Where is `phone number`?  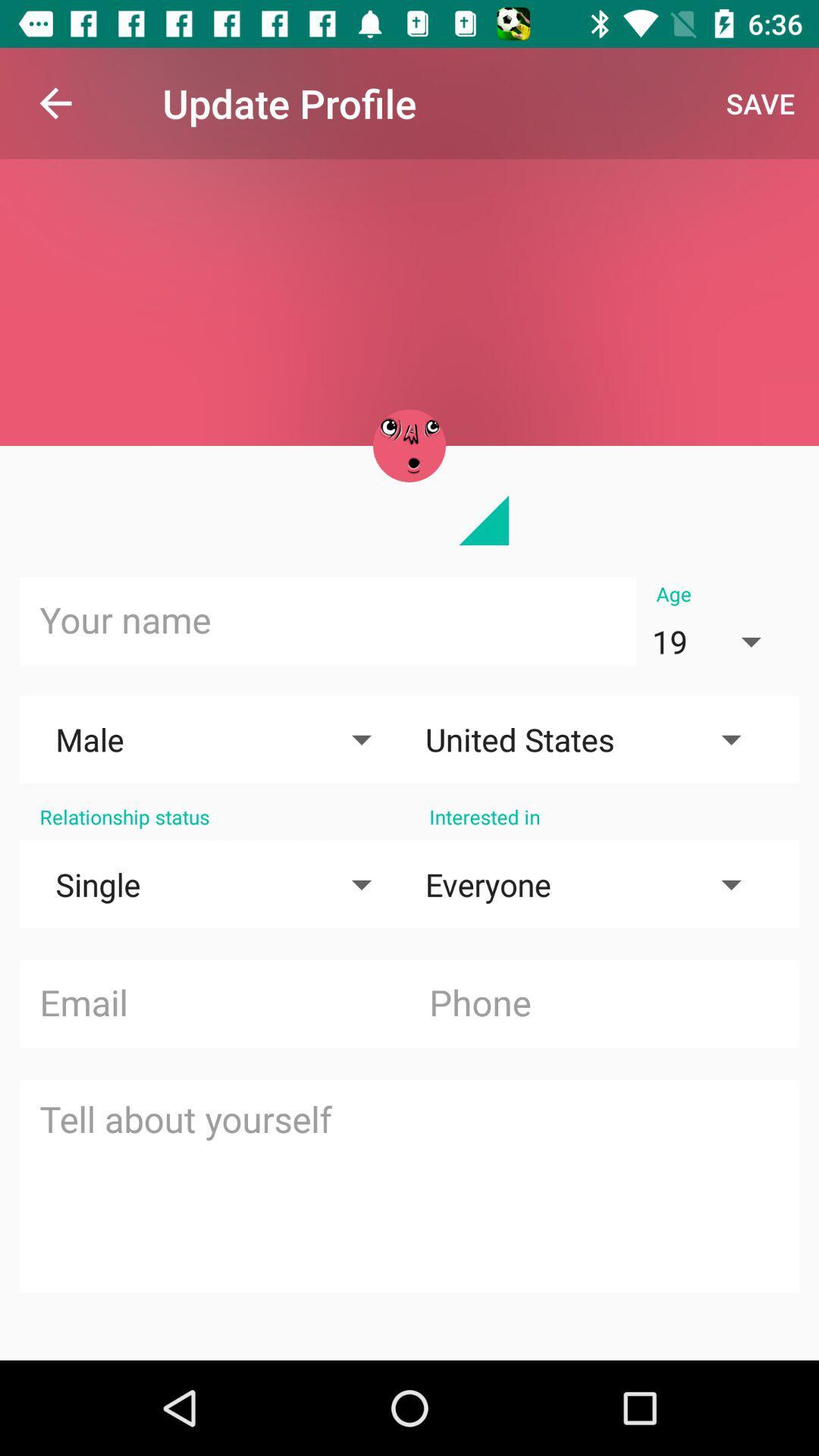
phone number is located at coordinates (603, 1004).